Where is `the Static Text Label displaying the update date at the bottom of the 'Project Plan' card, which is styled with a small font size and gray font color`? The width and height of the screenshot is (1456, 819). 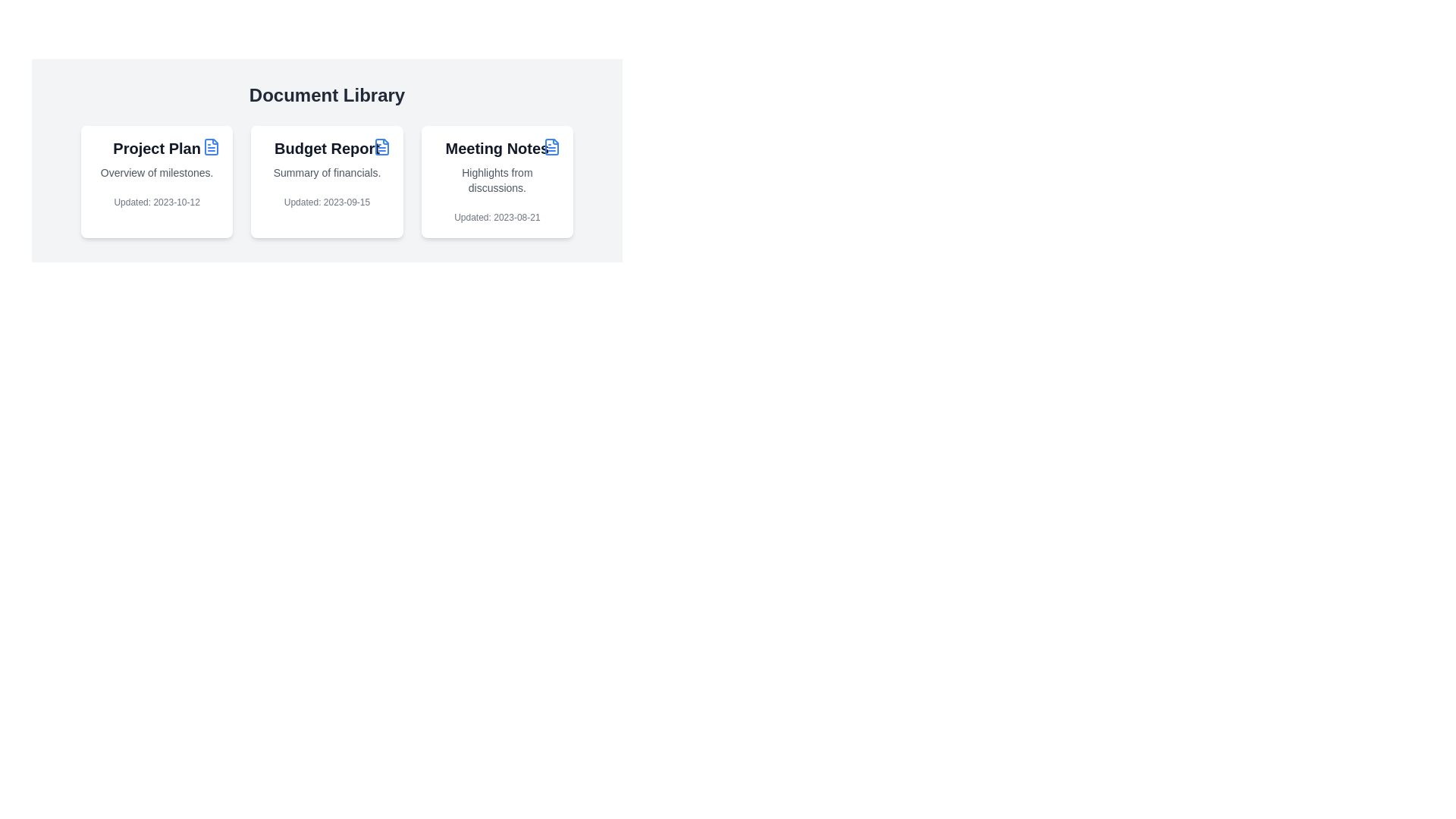
the Static Text Label displaying the update date at the bottom of the 'Project Plan' card, which is styled with a small font size and gray font color is located at coordinates (157, 201).